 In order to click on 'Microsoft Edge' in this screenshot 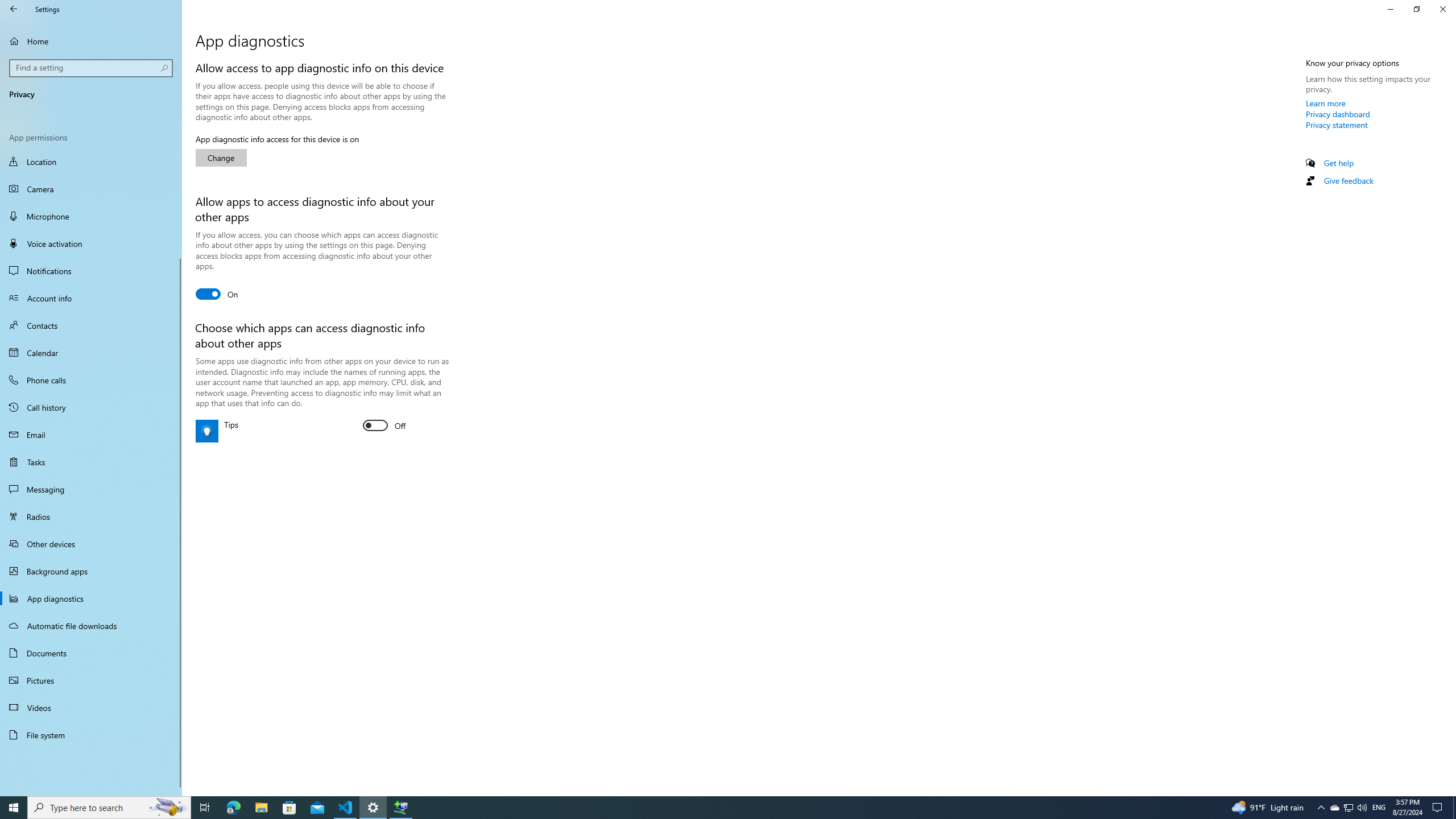, I will do `click(233, 806)`.